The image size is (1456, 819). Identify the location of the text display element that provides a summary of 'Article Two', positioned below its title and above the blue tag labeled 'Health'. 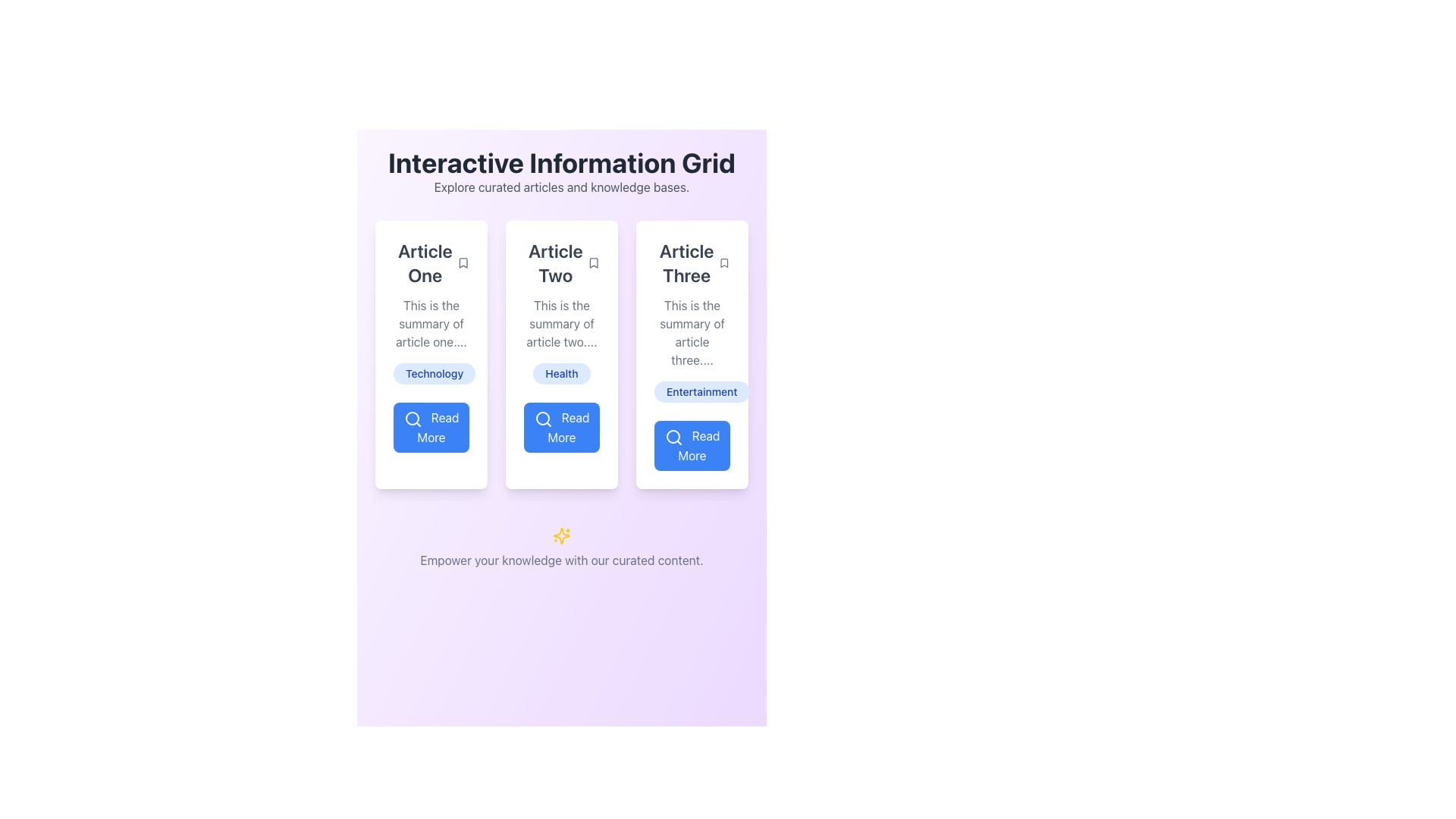
(560, 323).